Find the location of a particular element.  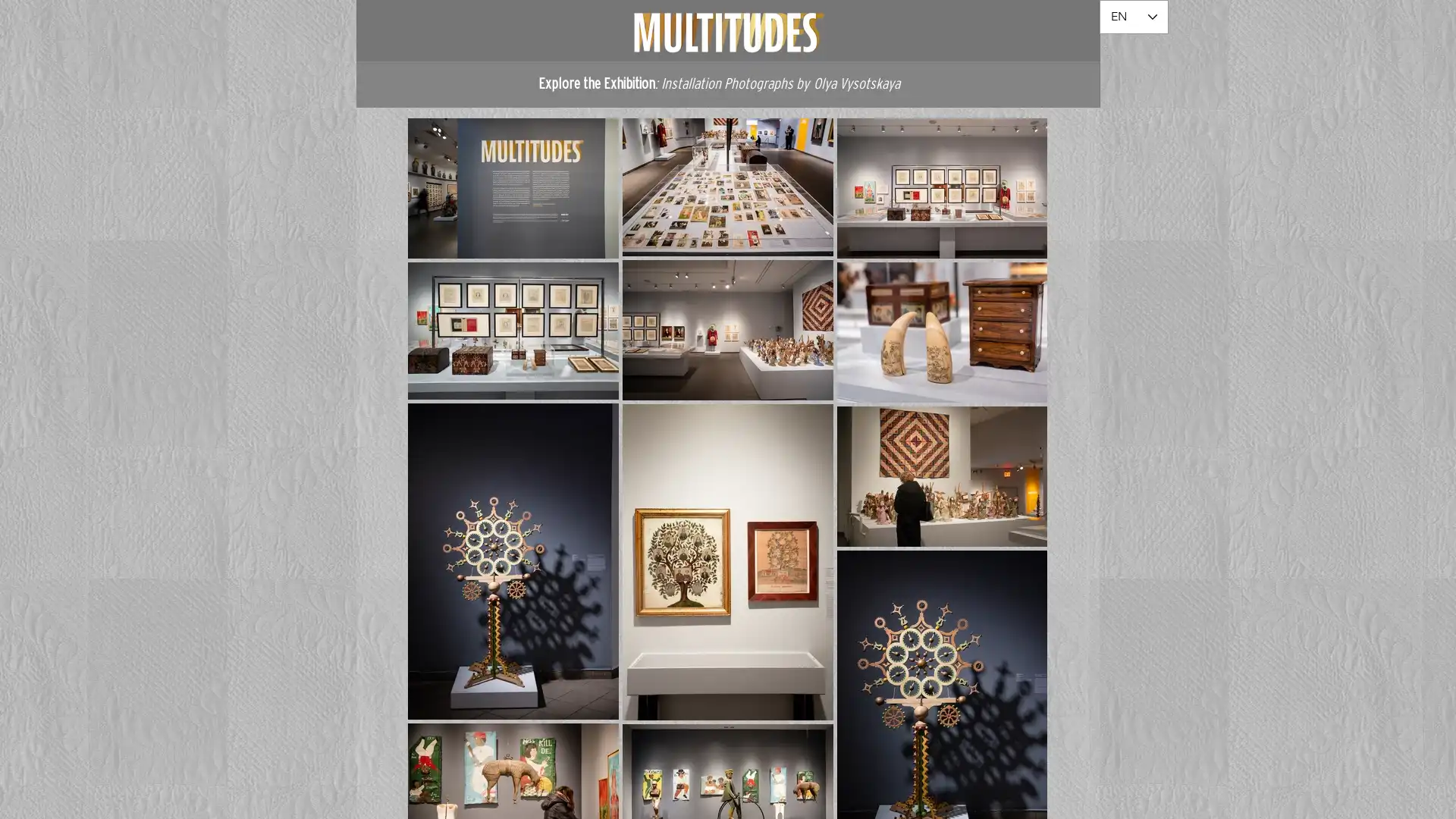

EX - 2022 - Multitudes - AFAM - 092.jpg is located at coordinates (513, 187).